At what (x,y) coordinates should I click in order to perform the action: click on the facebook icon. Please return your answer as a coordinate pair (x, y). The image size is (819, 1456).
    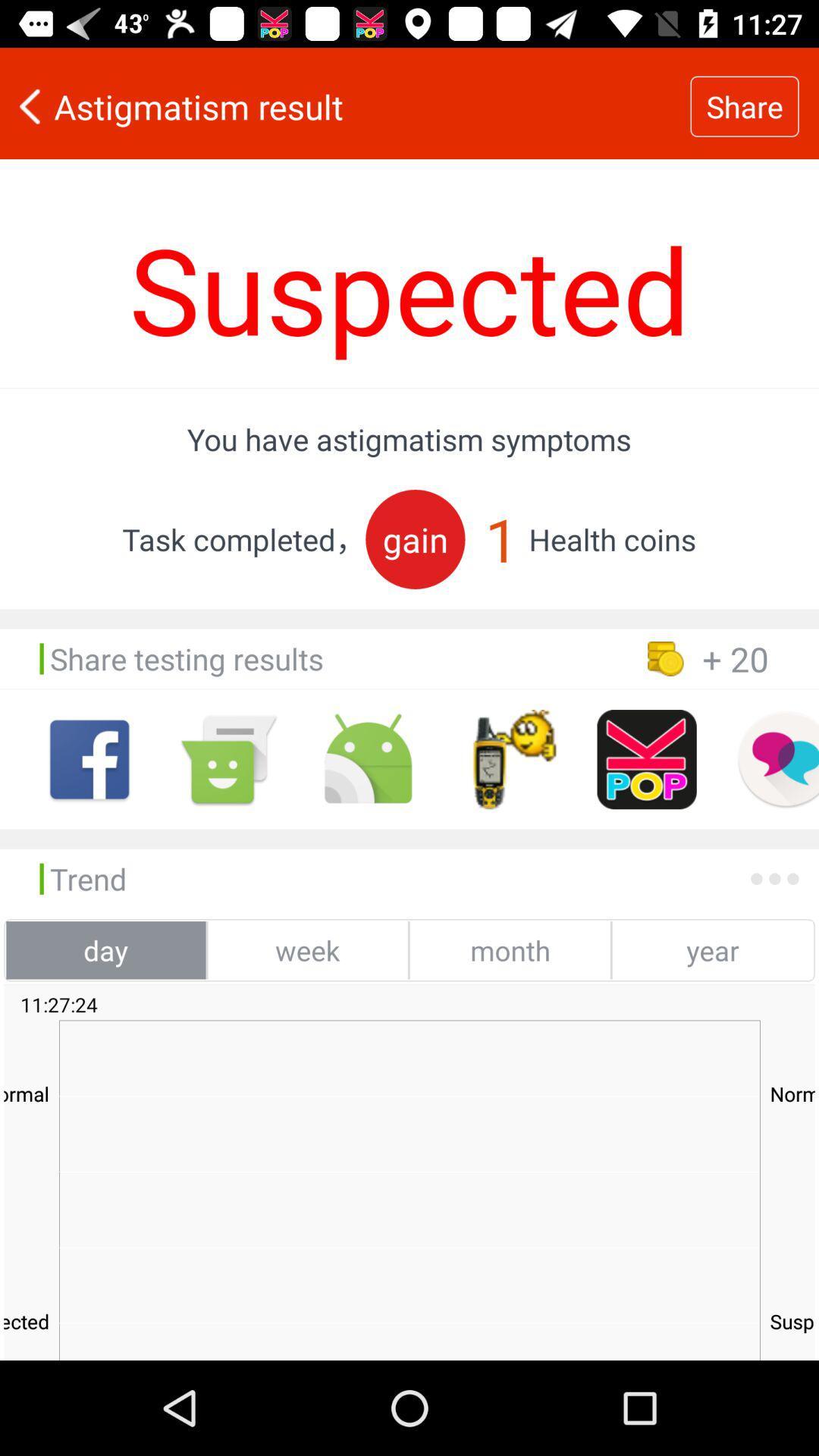
    Looking at the image, I should click on (89, 759).